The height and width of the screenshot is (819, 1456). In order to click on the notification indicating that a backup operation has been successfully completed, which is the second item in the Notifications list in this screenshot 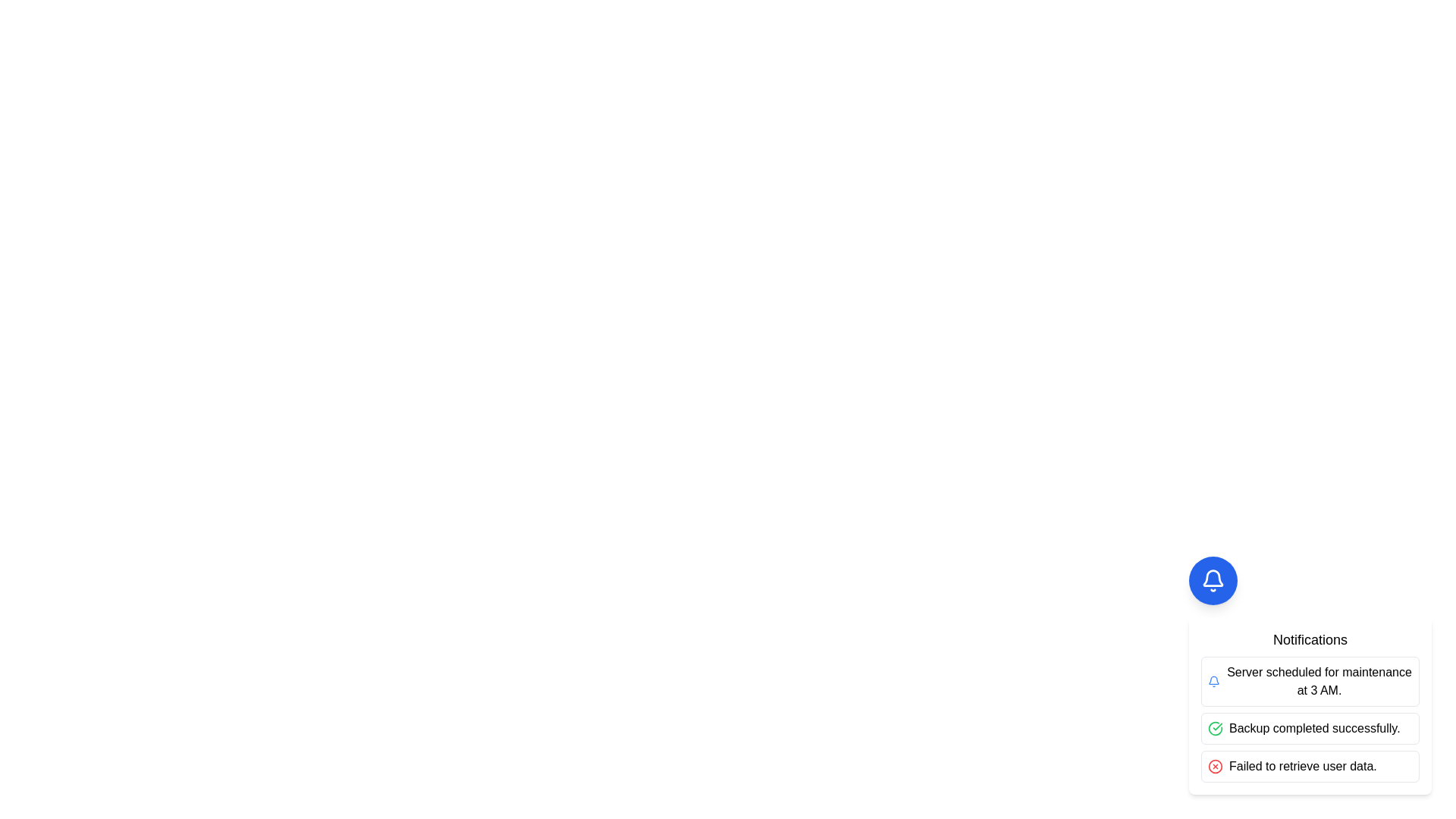, I will do `click(1310, 718)`.